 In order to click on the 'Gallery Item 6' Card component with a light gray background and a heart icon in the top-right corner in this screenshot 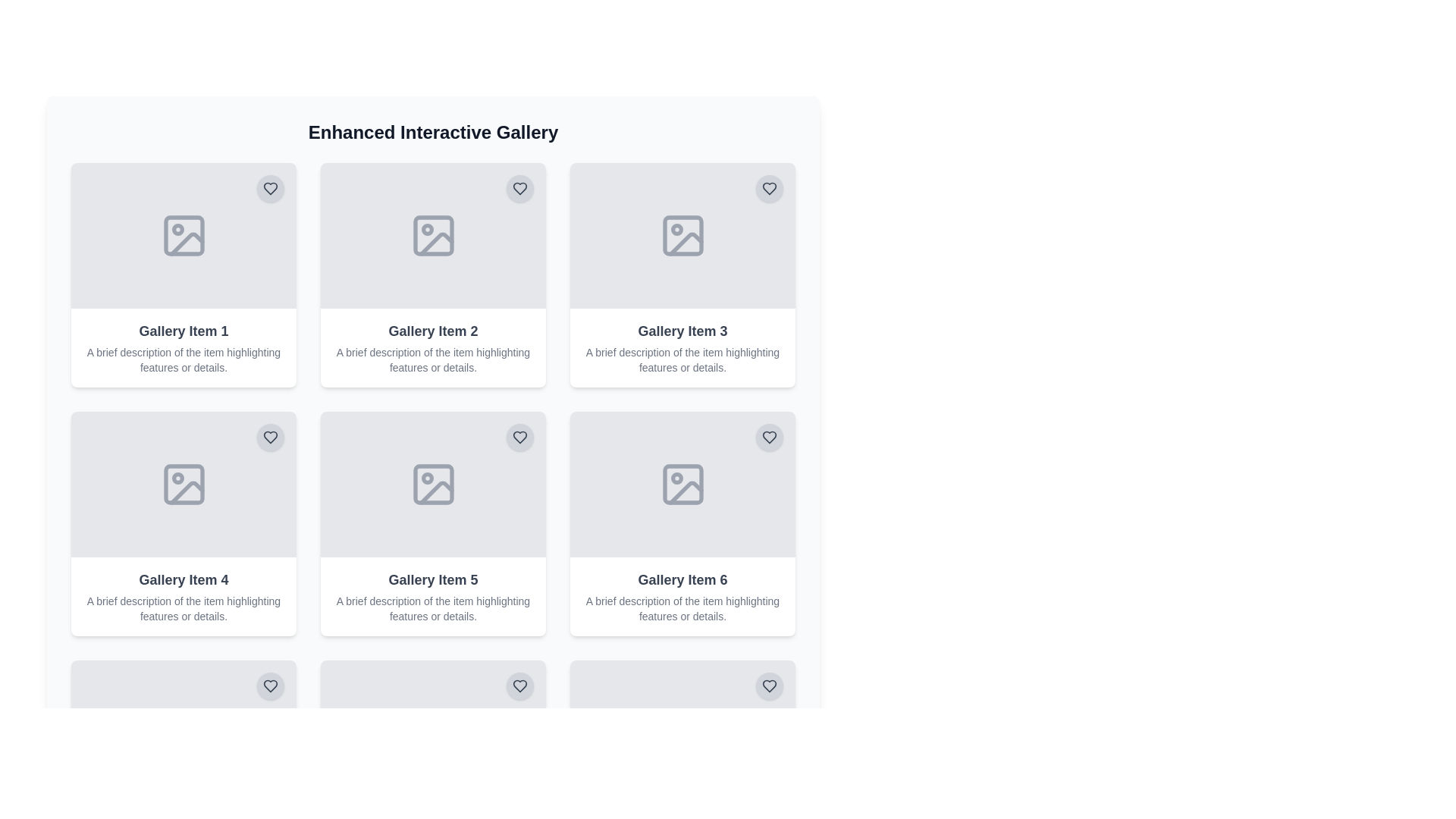, I will do `click(682, 485)`.